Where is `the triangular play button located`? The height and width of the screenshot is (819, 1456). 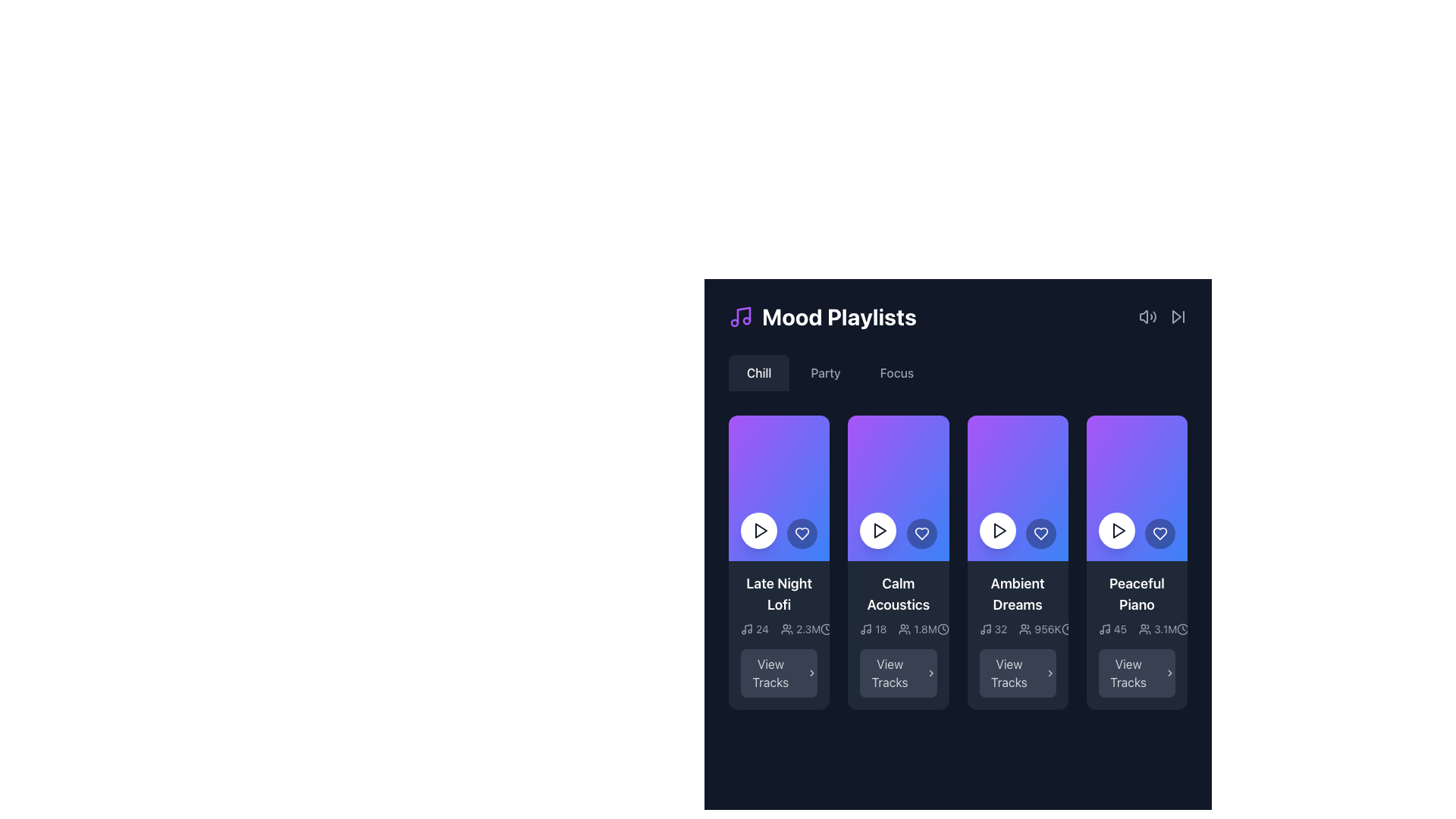 the triangular play button located is located at coordinates (1119, 529).